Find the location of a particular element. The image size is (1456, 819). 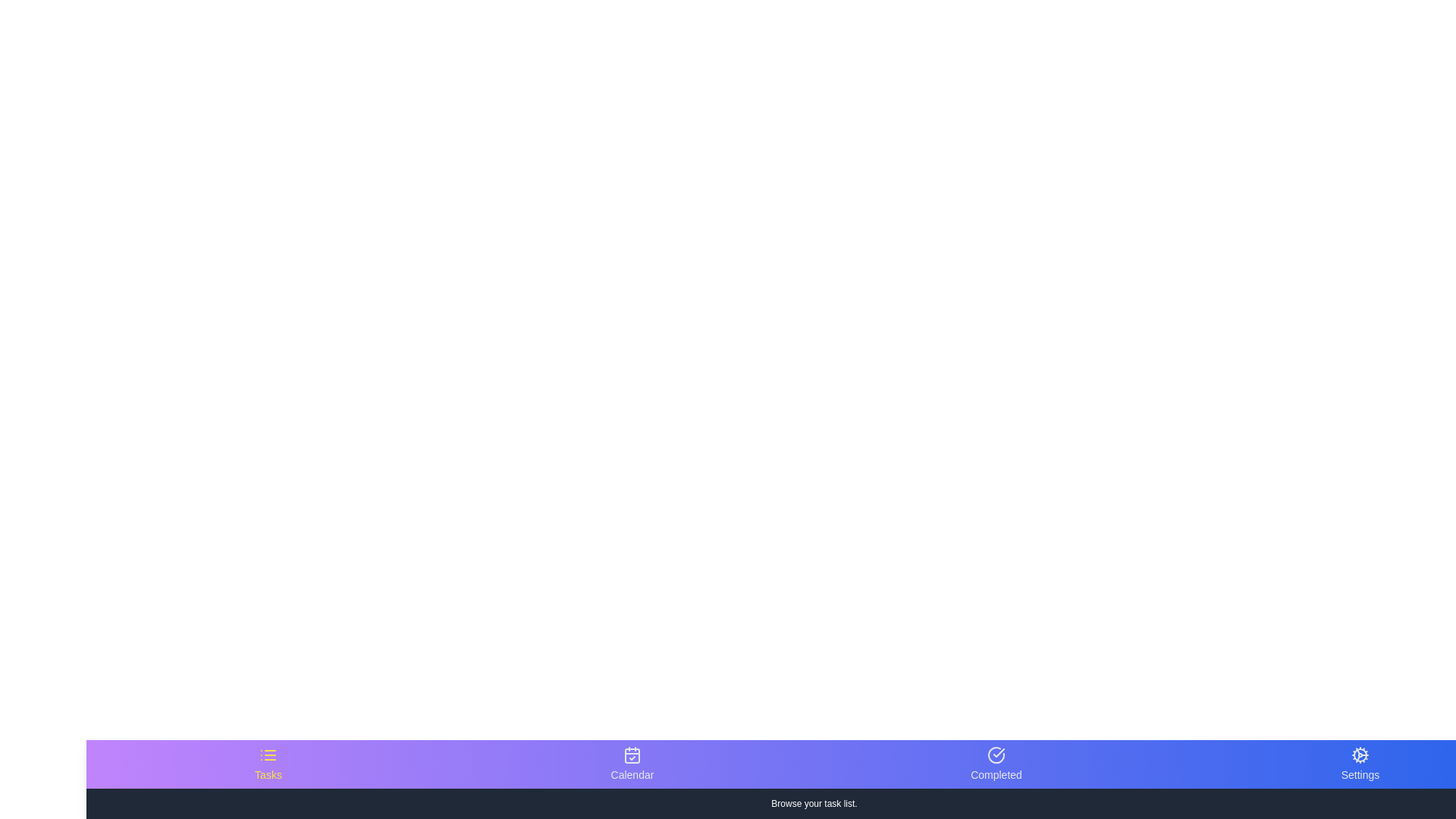

the Calendar tab is located at coordinates (632, 764).